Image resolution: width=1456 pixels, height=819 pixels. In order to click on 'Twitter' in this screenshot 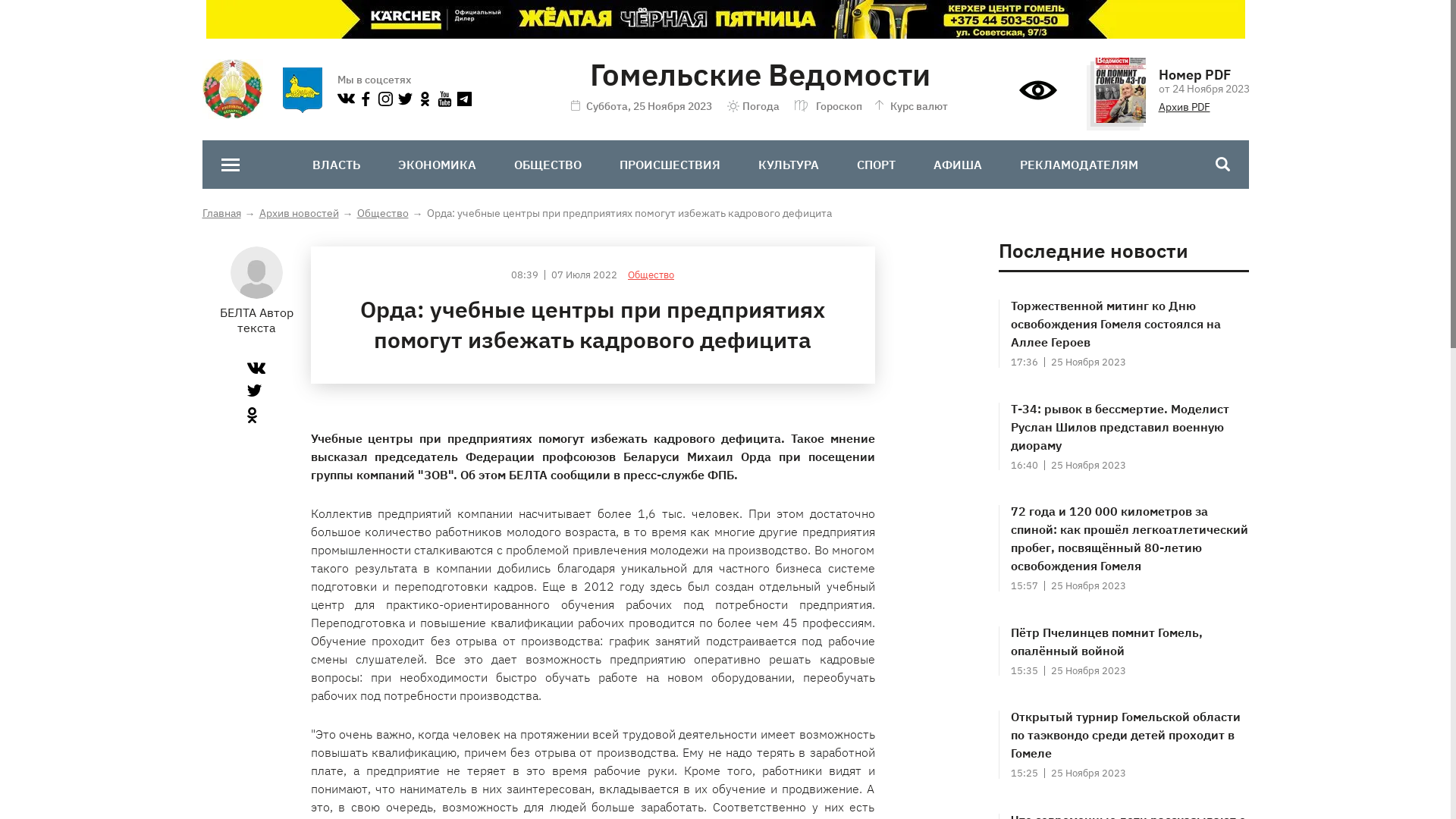, I will do `click(247, 390)`.